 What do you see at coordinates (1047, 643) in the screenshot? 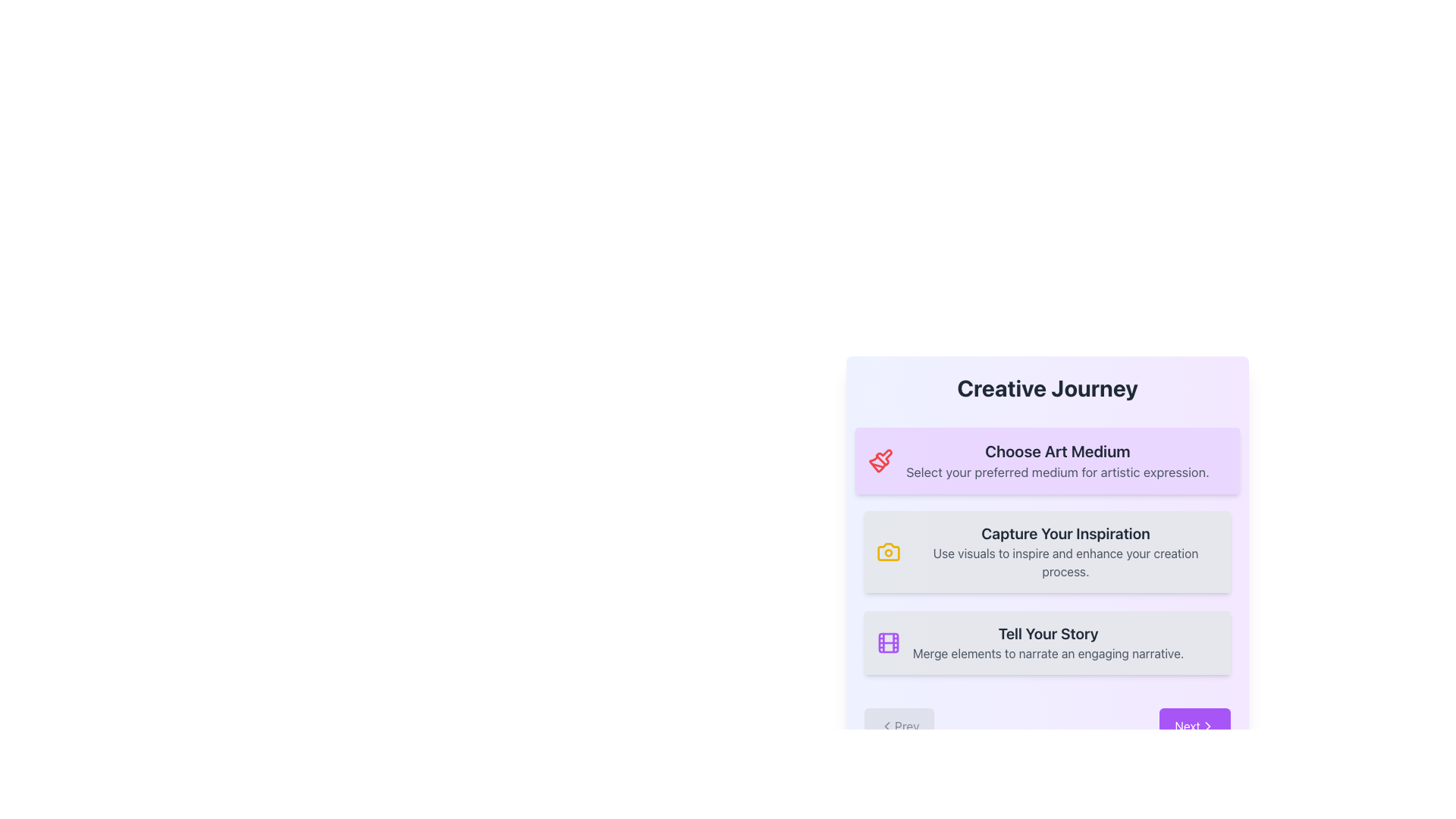
I see `the third Text block in the vertical sequence of interactive panels, which contains a title and subtitle, positioned below the 'Capture Your Inspiration' panel` at bounding box center [1047, 643].